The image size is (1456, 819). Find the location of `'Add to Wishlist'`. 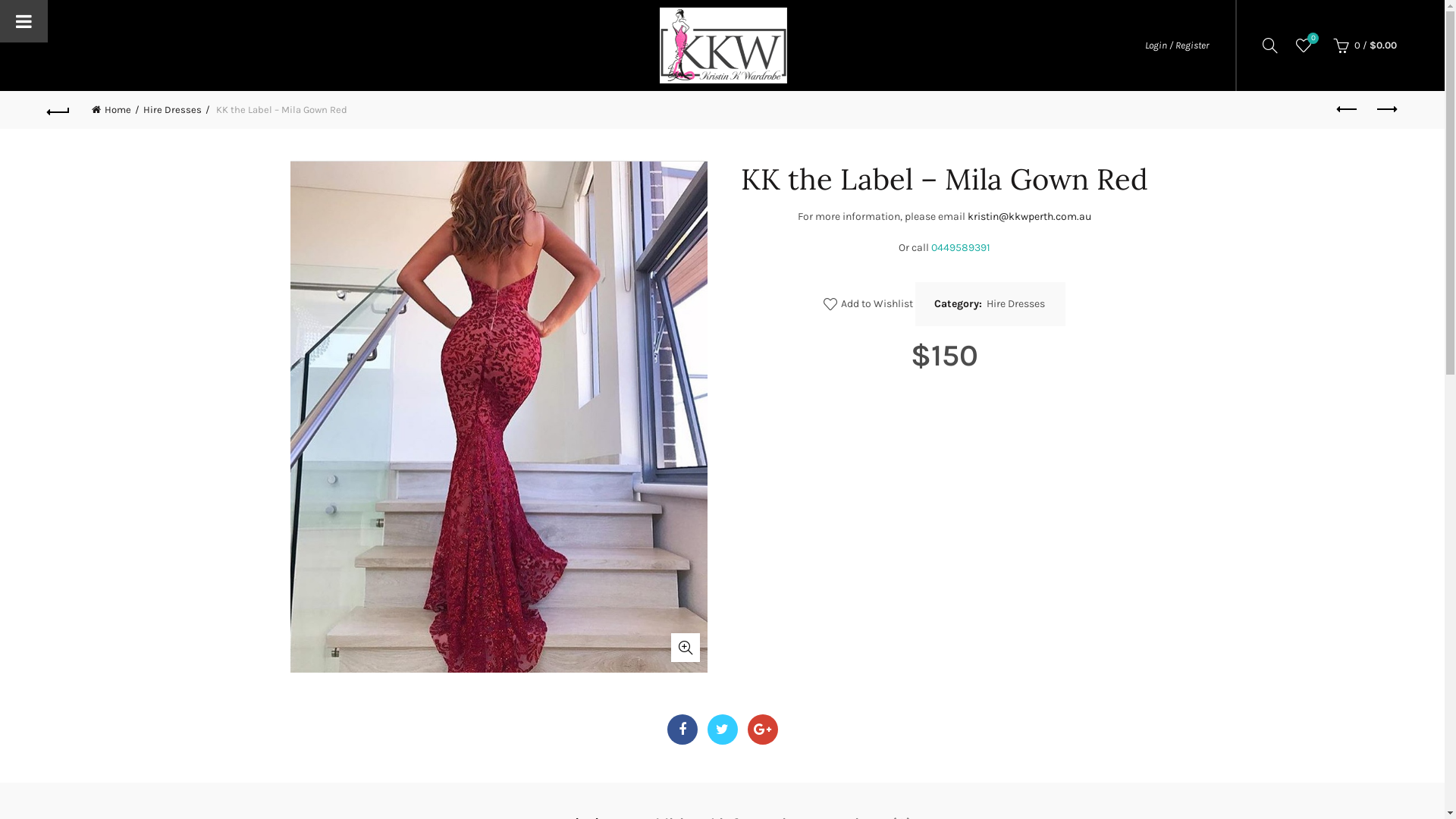

'Add to Wishlist' is located at coordinates (868, 304).